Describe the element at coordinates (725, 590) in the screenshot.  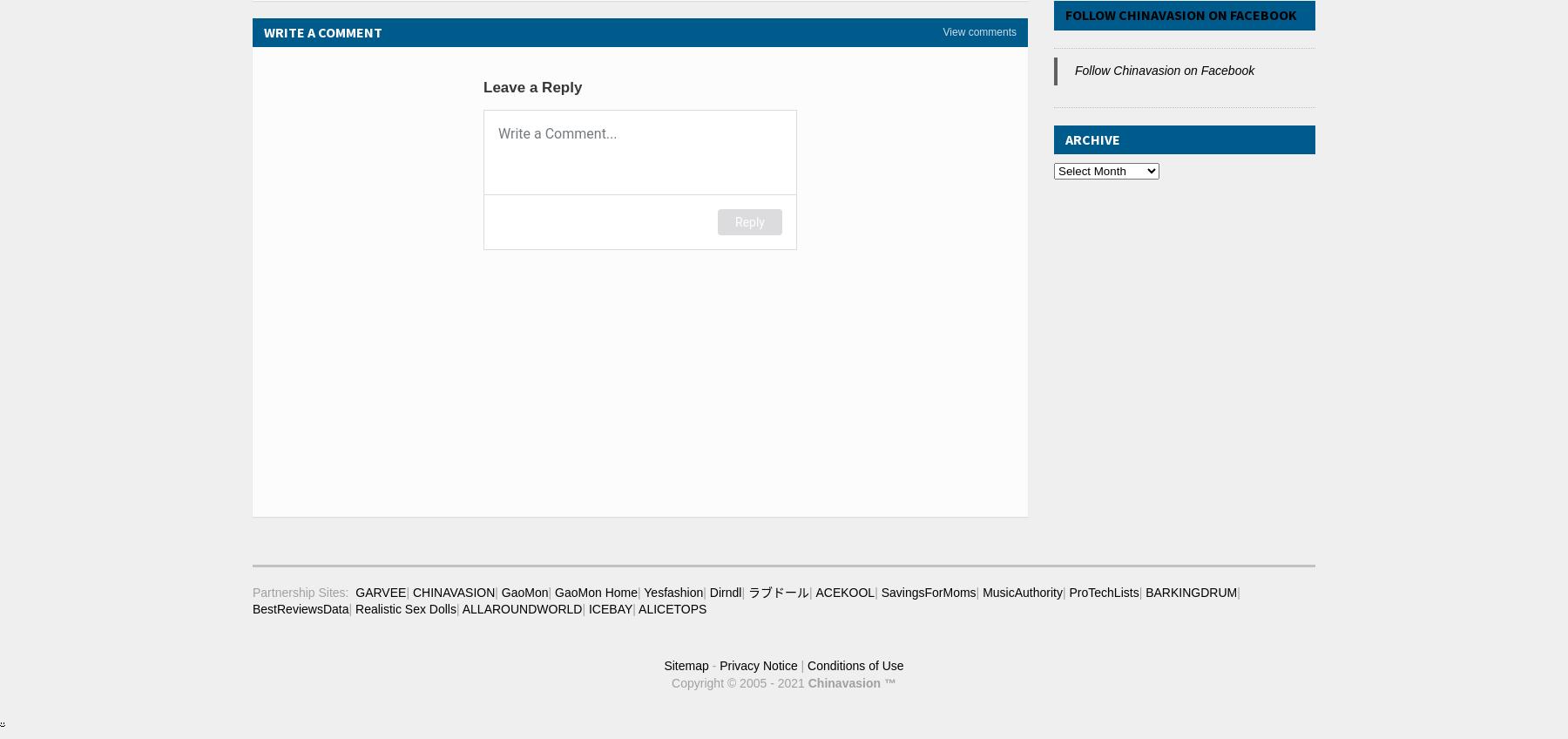
I see `'Dirndl'` at that location.